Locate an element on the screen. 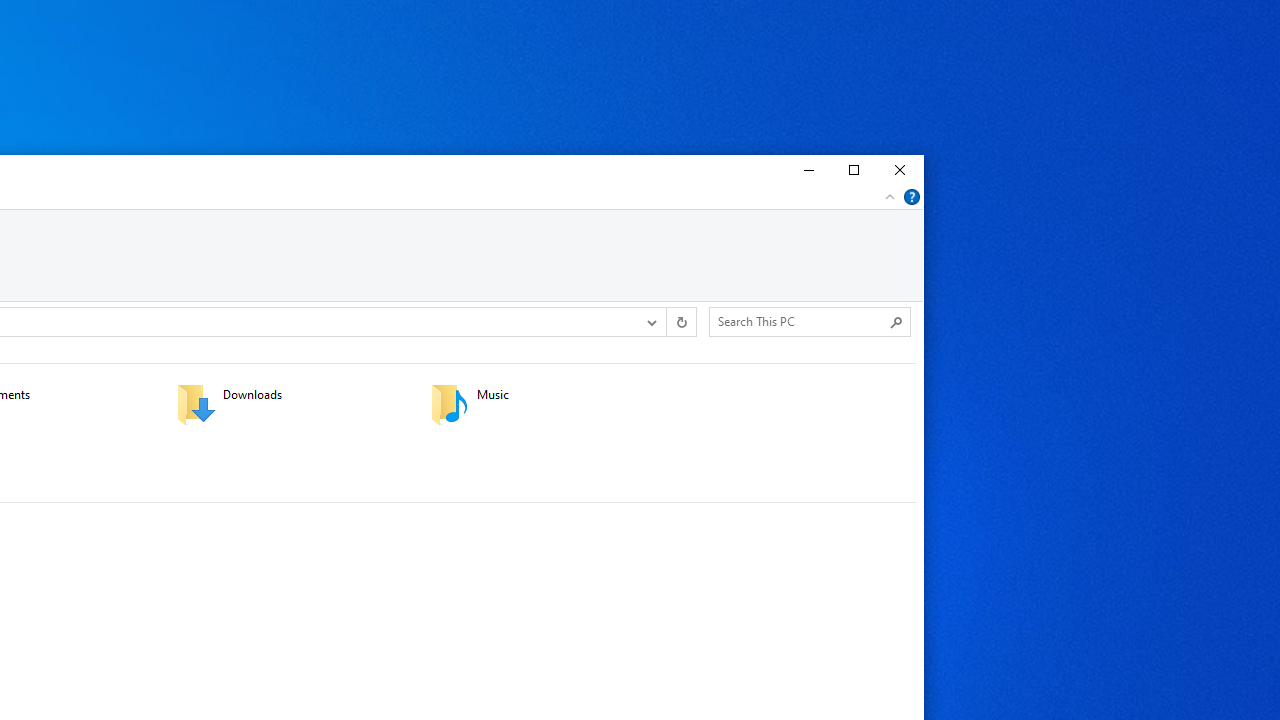  'Help' is located at coordinates (911, 196).